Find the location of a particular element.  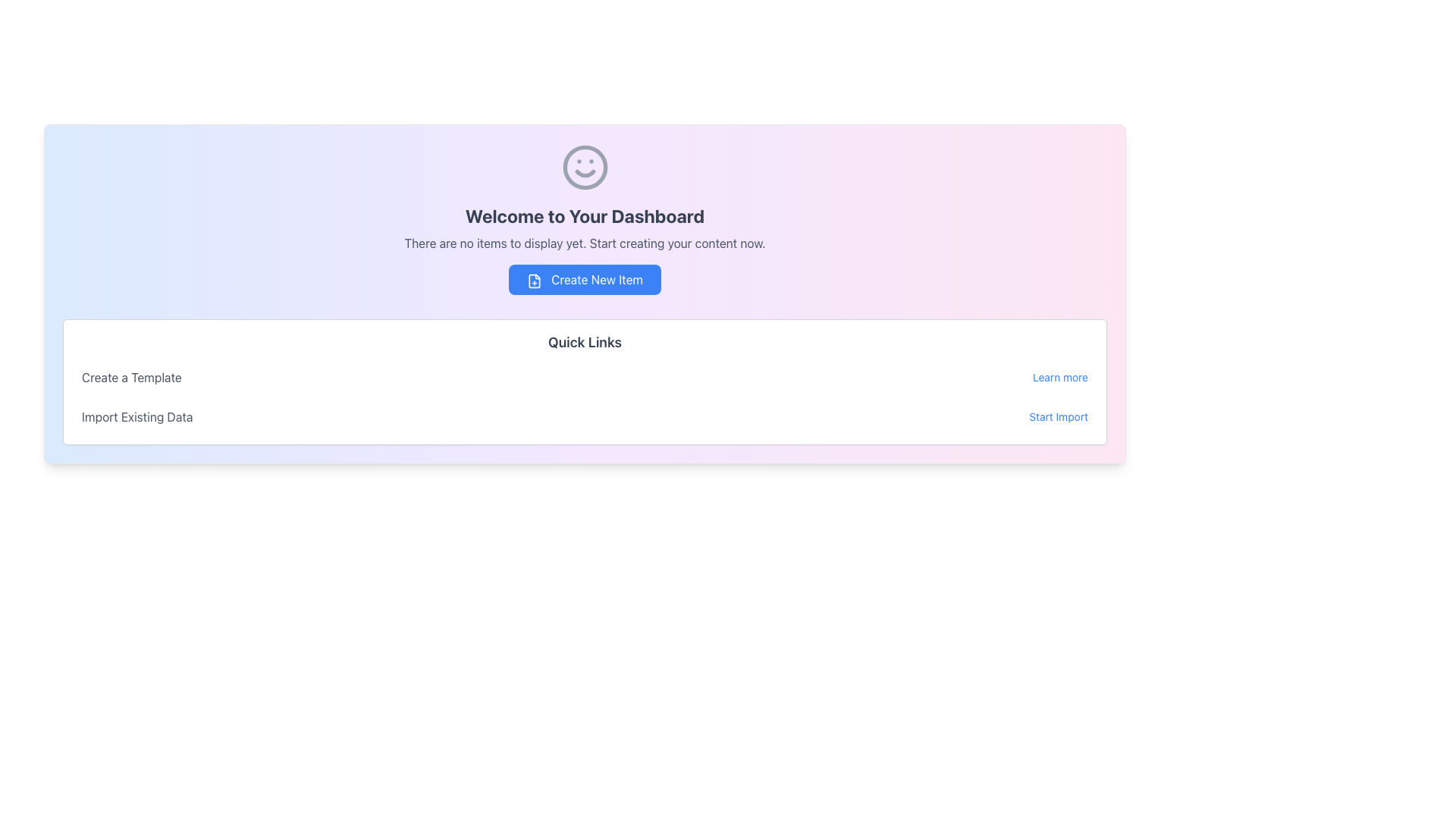

the rectangular blue button labeled 'Create New Item' with a document icon to initiate the creation action is located at coordinates (584, 280).